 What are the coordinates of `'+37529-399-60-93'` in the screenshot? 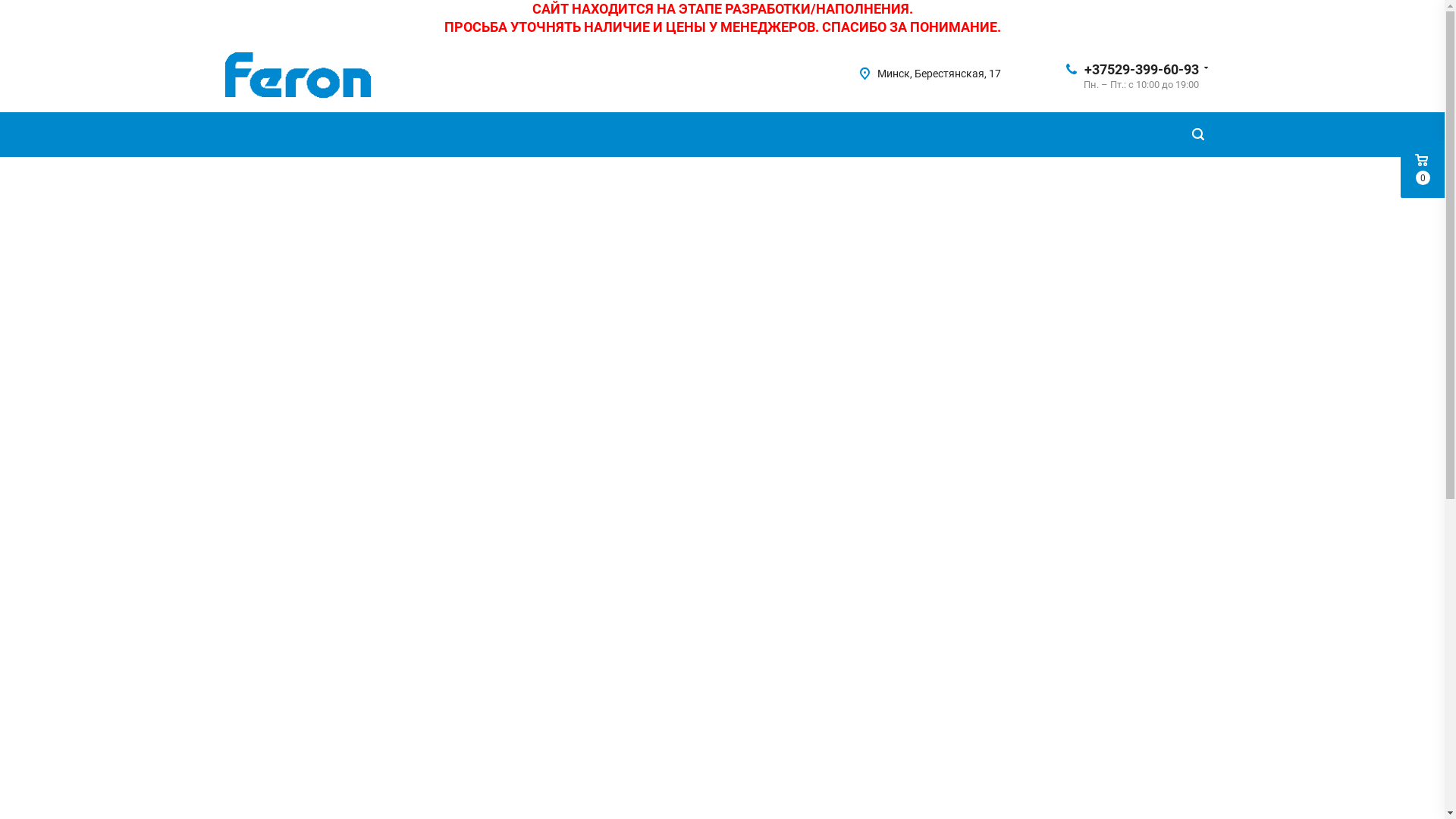 It's located at (1141, 68).